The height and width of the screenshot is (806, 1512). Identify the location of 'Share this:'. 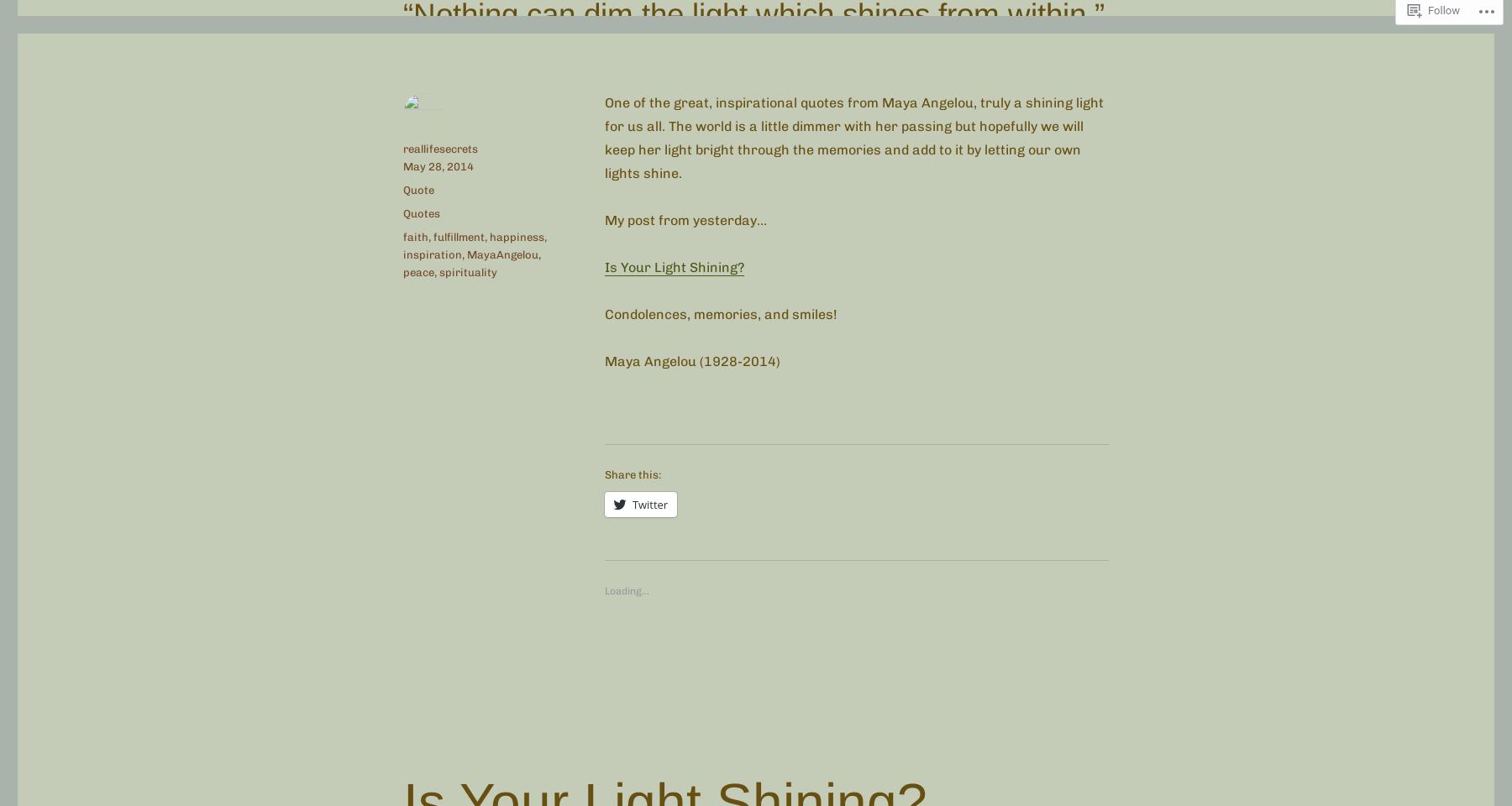
(632, 474).